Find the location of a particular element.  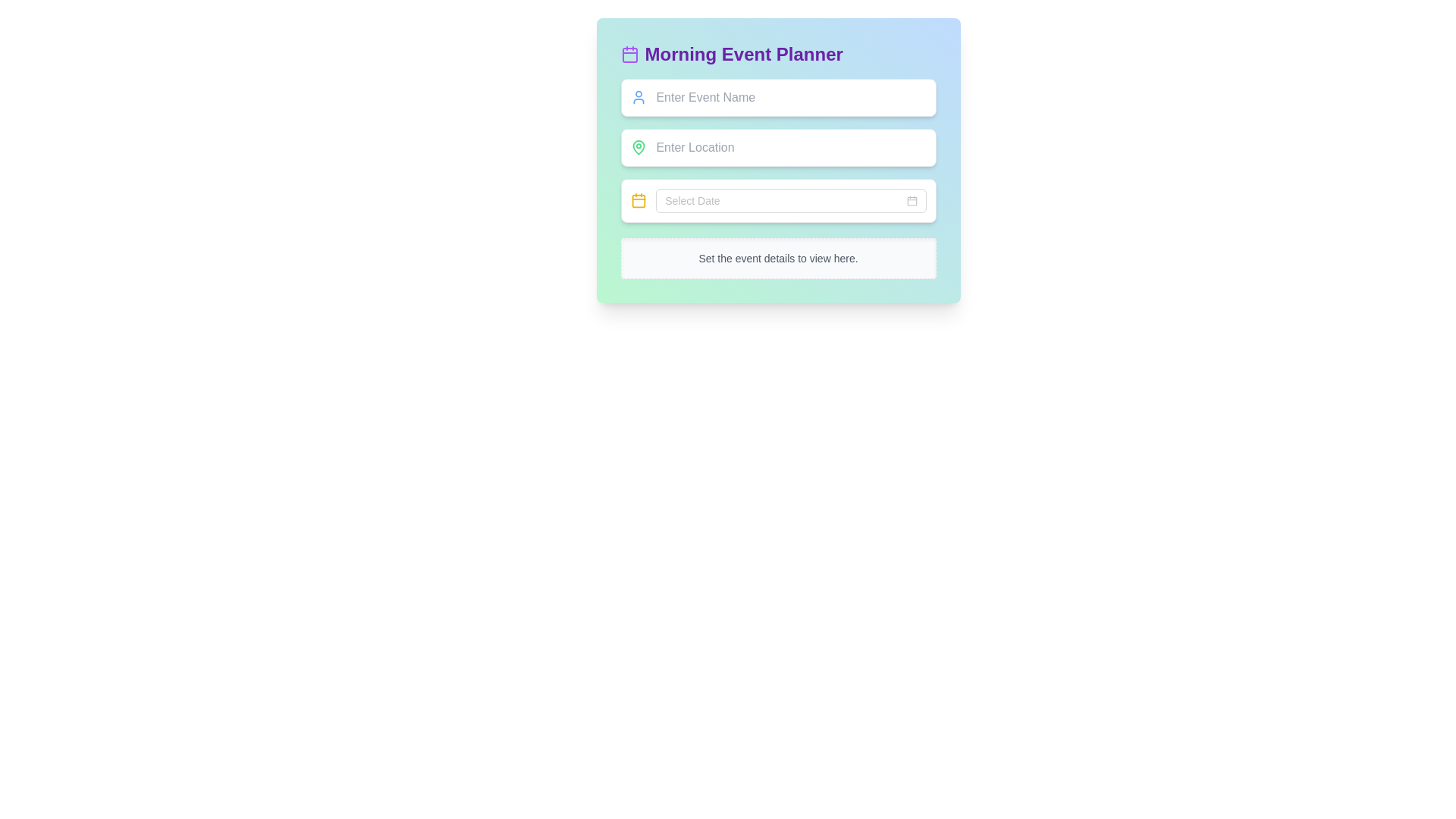

the visual cue icon indicating the purpose of the adjacent 'Enter Location' input field, which is located at the left end of the input field is located at coordinates (639, 148).